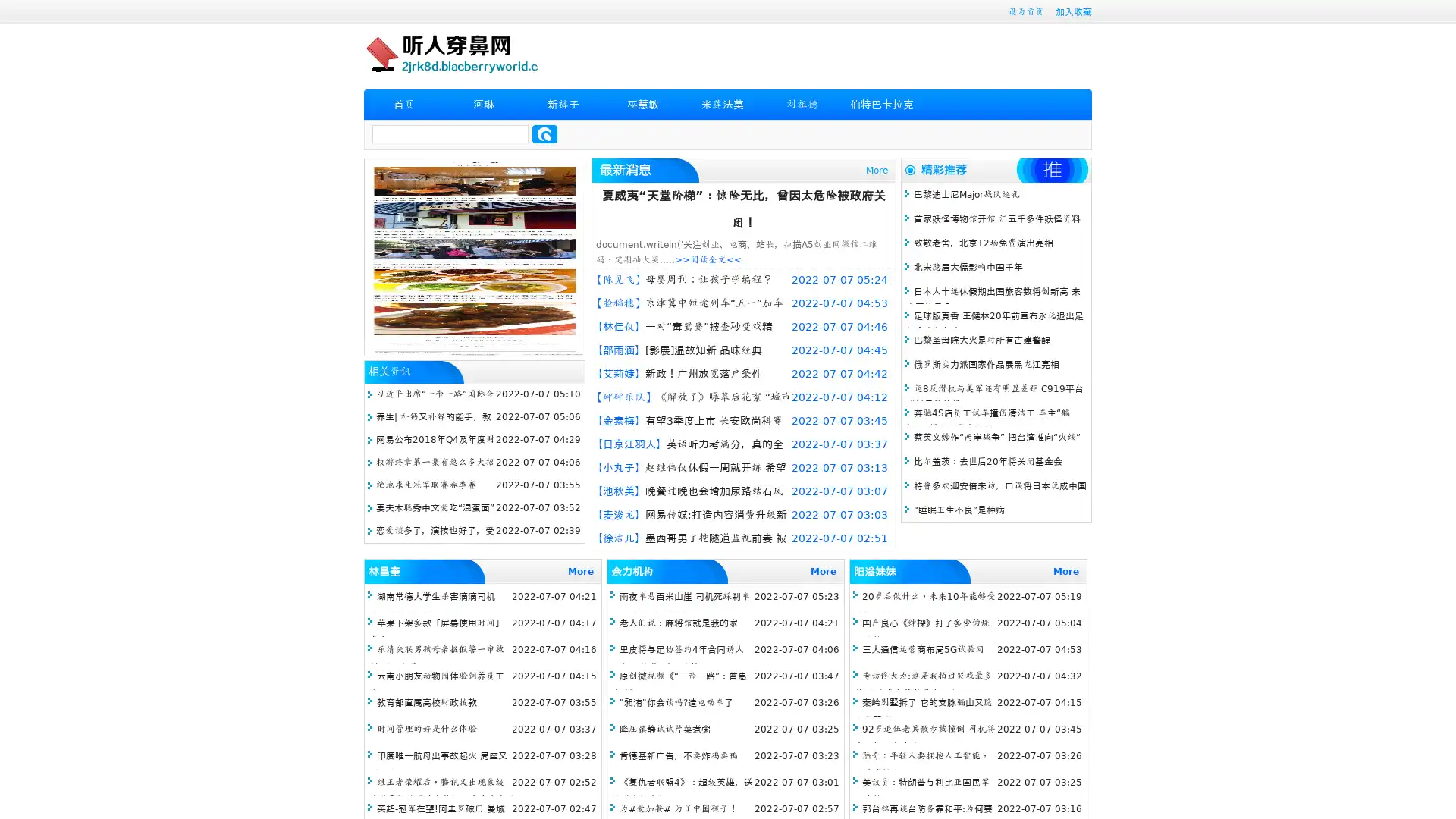 The image size is (1456, 819). What do you see at coordinates (544, 133) in the screenshot?
I see `Search` at bounding box center [544, 133].